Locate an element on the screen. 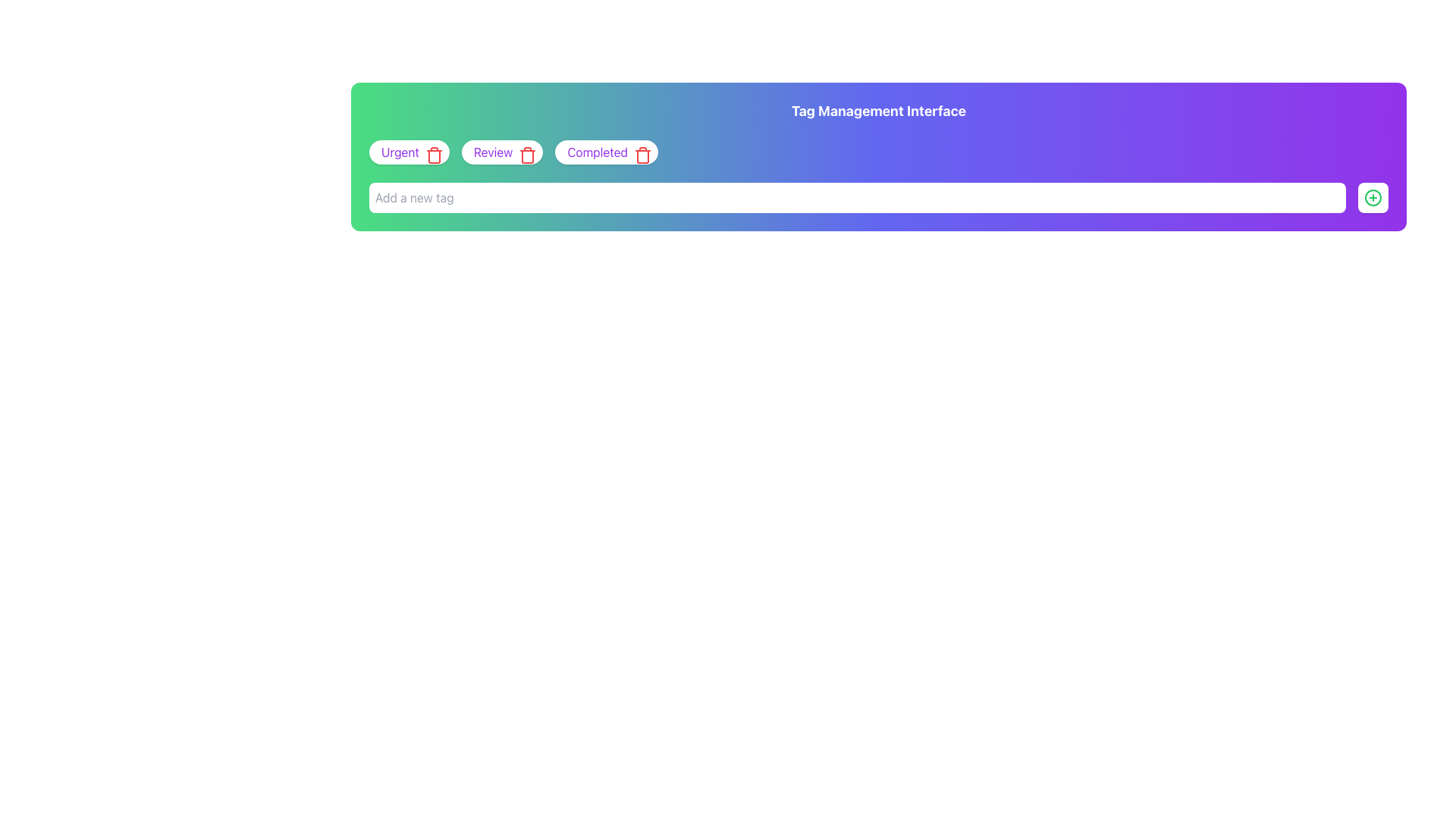 The height and width of the screenshot is (819, 1456). the text input field within the composite element containing a '+' button to begin typing is located at coordinates (878, 197).